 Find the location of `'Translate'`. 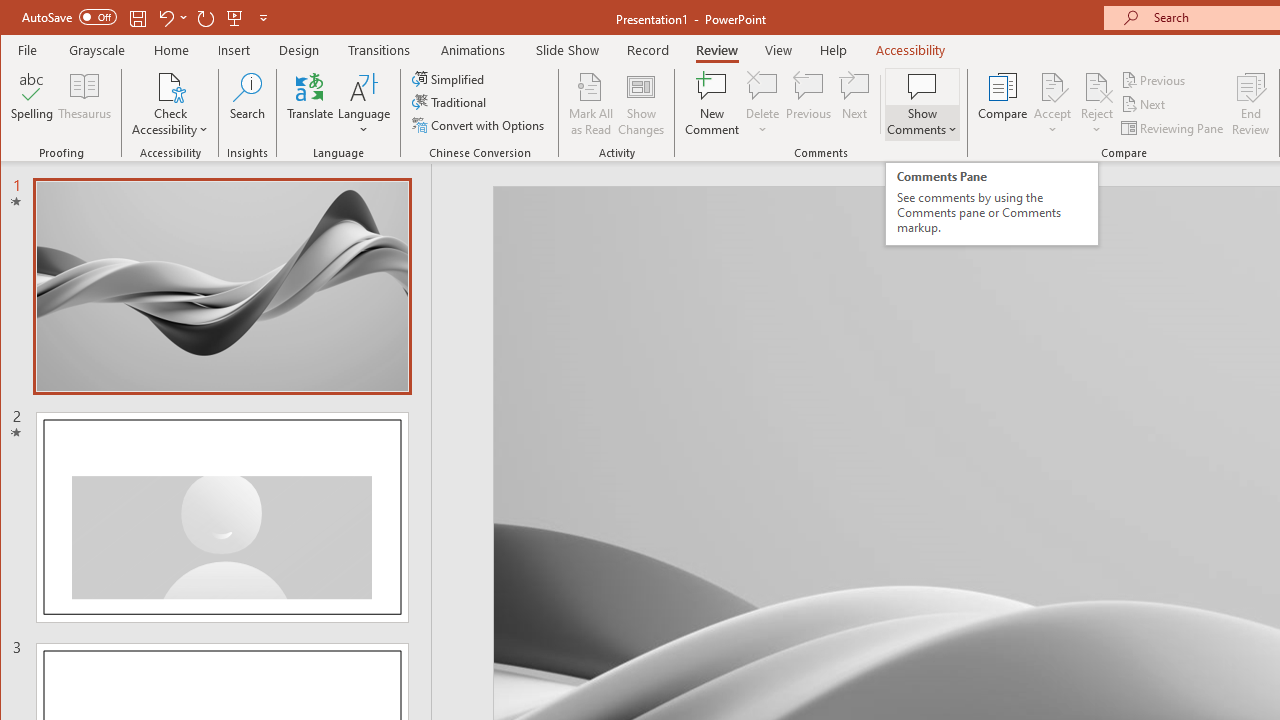

'Translate' is located at coordinates (309, 104).